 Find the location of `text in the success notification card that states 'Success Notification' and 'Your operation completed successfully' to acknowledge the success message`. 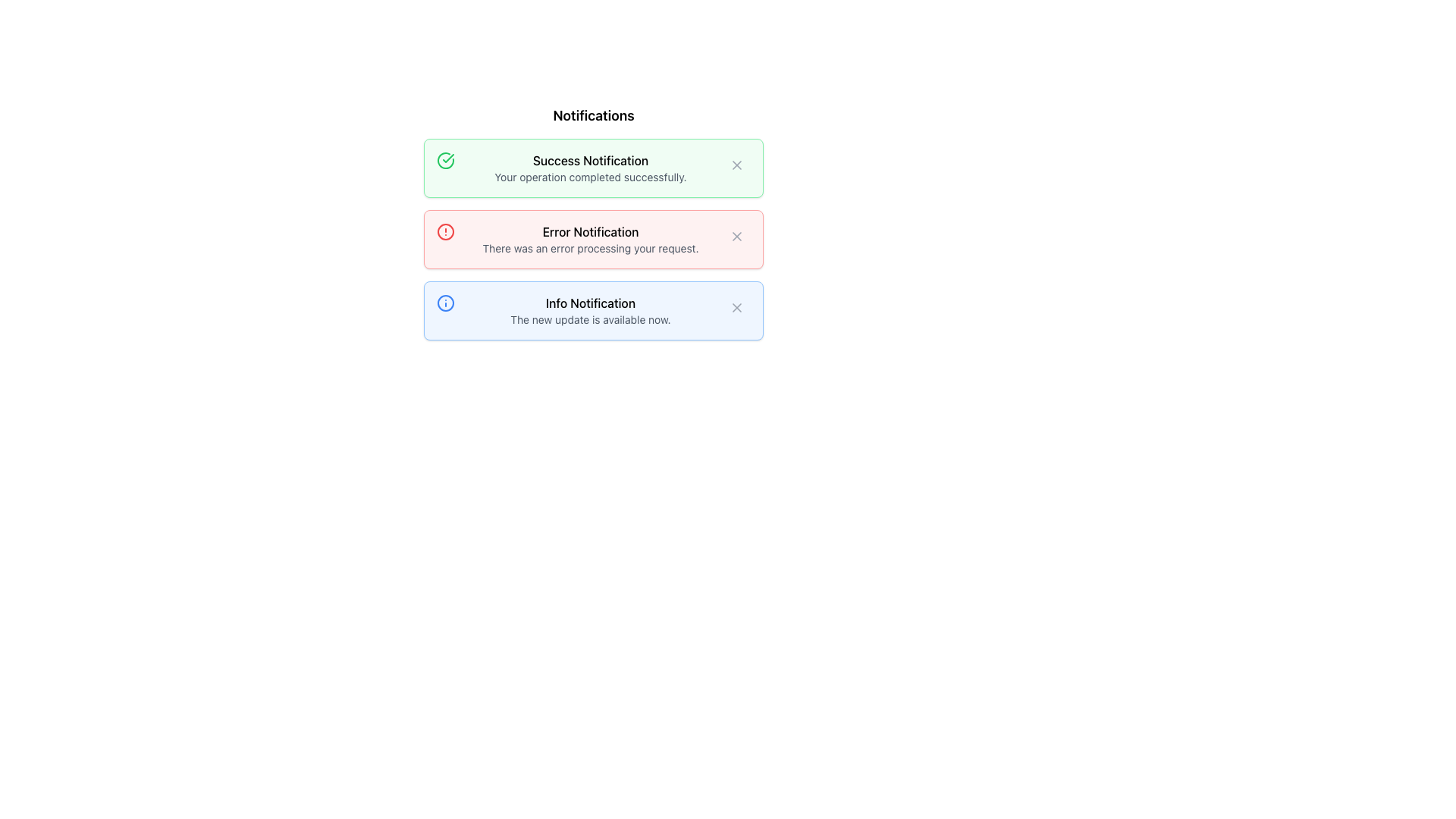

text in the success notification card that states 'Success Notification' and 'Your operation completed successfully' to acknowledge the success message is located at coordinates (589, 168).